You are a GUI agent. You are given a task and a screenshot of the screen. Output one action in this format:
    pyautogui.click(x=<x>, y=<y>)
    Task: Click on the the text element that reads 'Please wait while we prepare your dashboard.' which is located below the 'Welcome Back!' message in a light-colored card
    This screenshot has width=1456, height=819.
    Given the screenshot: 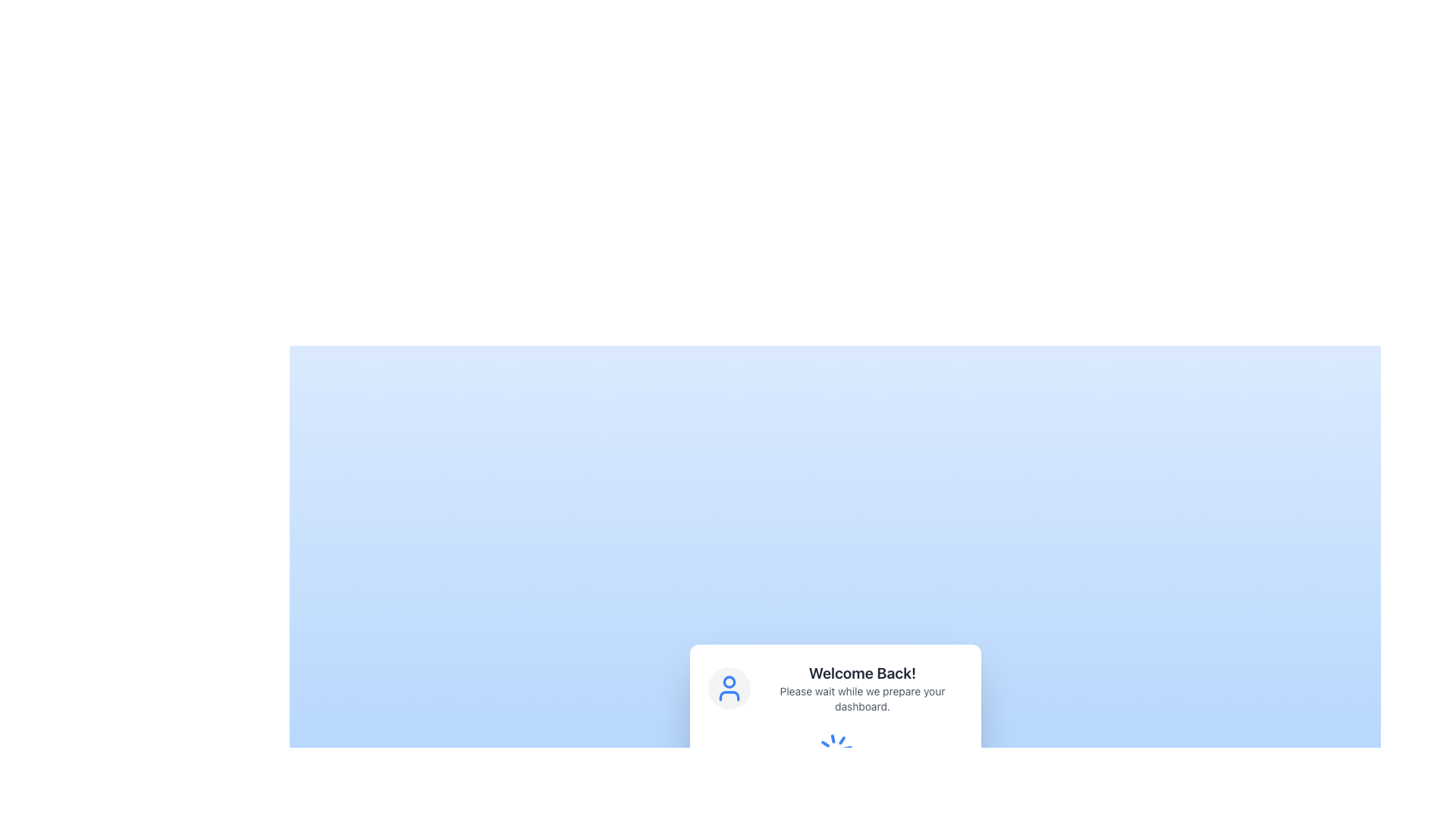 What is the action you would take?
    pyautogui.click(x=862, y=698)
    